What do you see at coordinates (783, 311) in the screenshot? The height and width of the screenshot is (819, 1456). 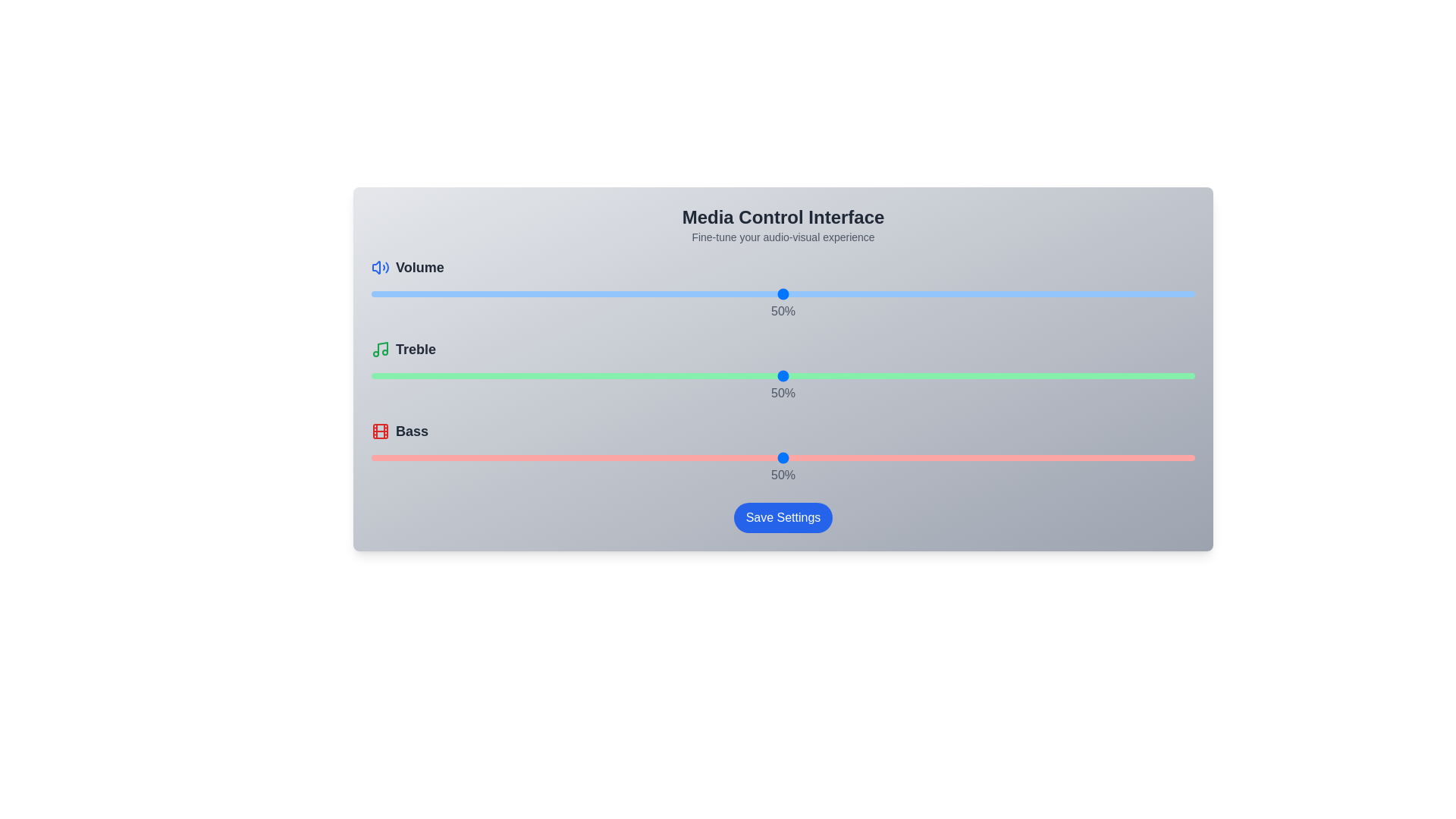 I see `the '50%' text label that is styled with gray color and is located below the blue progress bar in the 'Volume' setting section` at bounding box center [783, 311].